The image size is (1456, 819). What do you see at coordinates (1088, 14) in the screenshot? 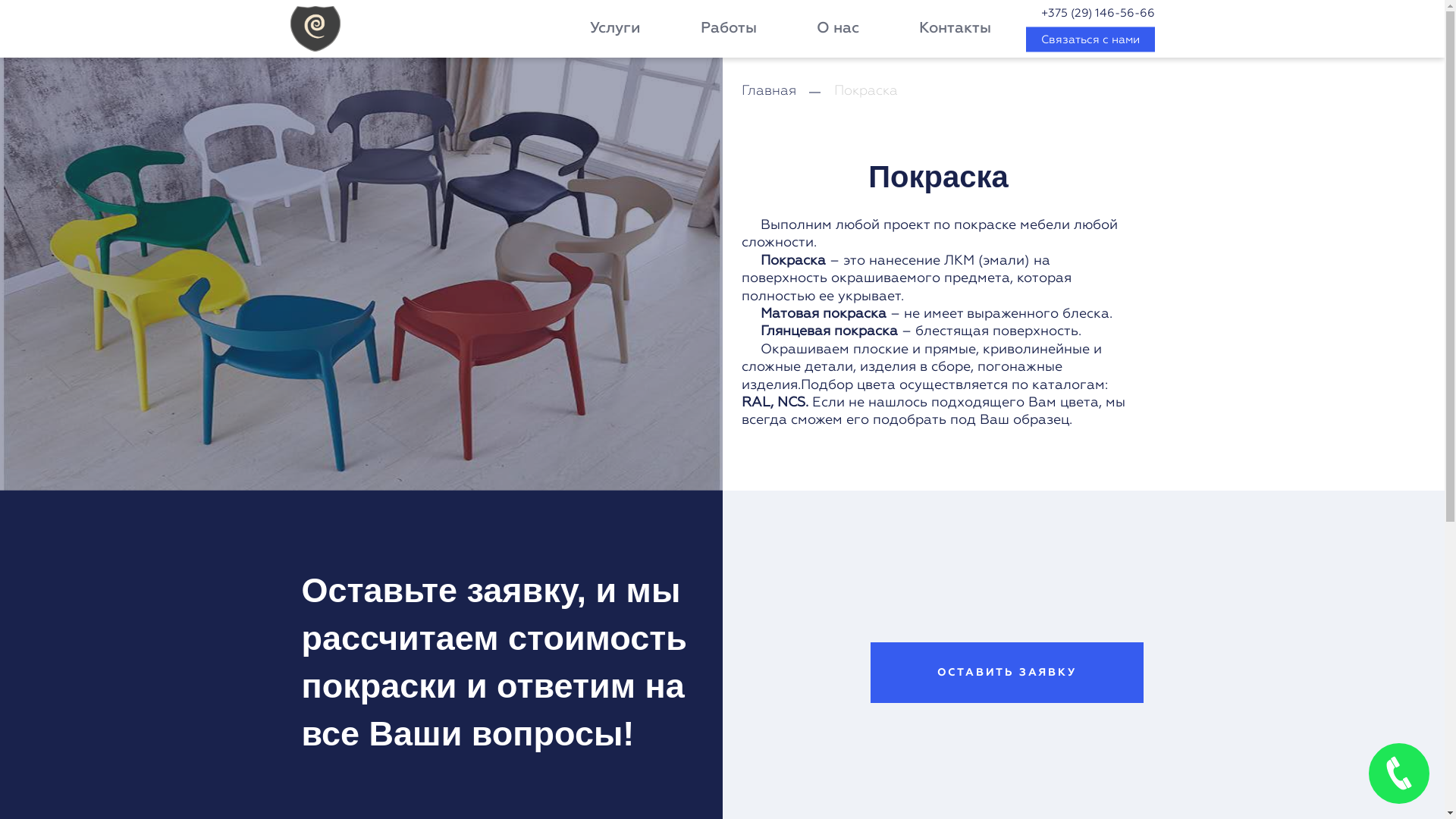
I see `'+375 (29) 146-56-66'` at bounding box center [1088, 14].